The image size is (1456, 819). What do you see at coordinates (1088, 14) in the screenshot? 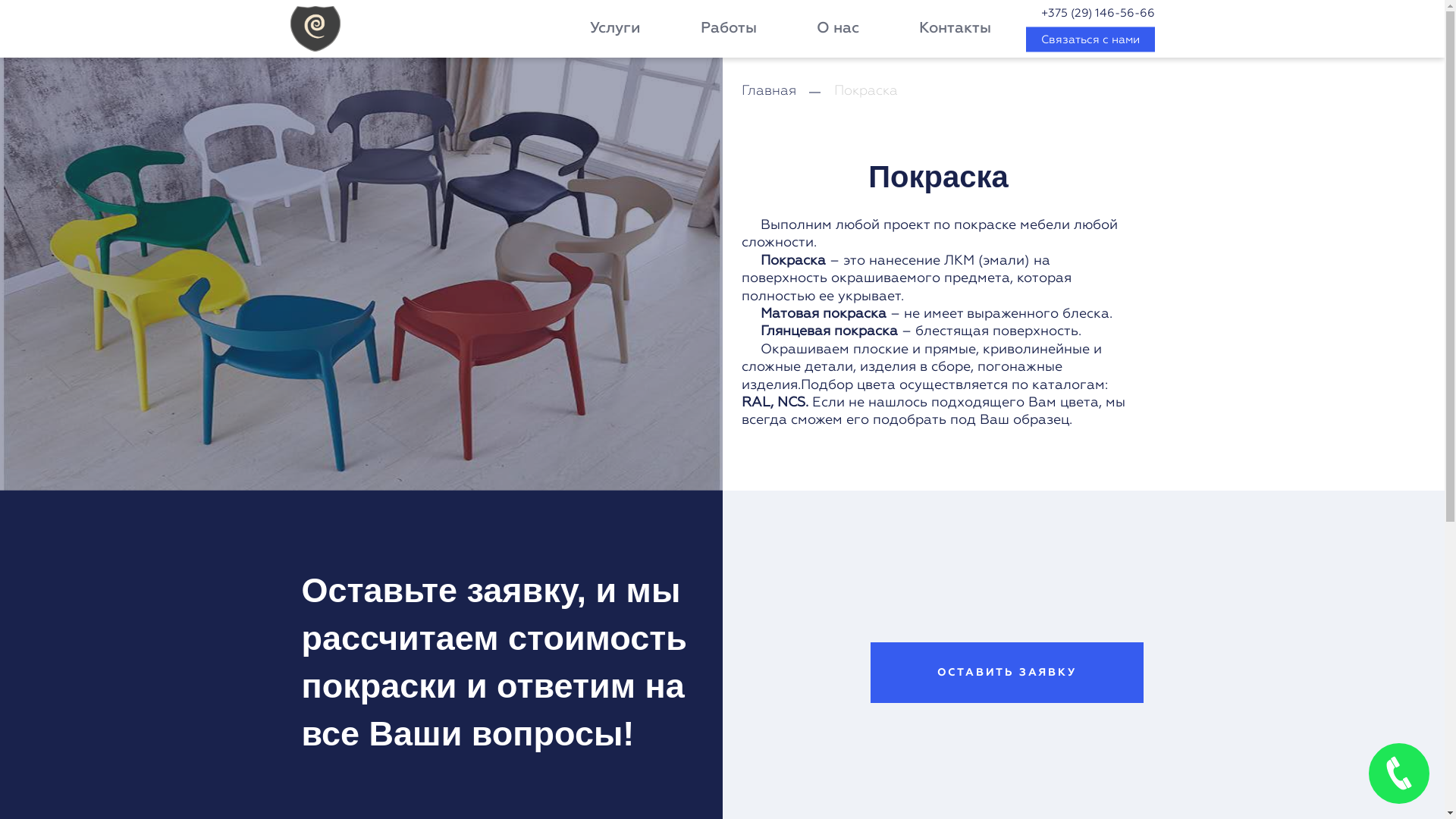
I see `'+375 (29) 146-56-66'` at bounding box center [1088, 14].